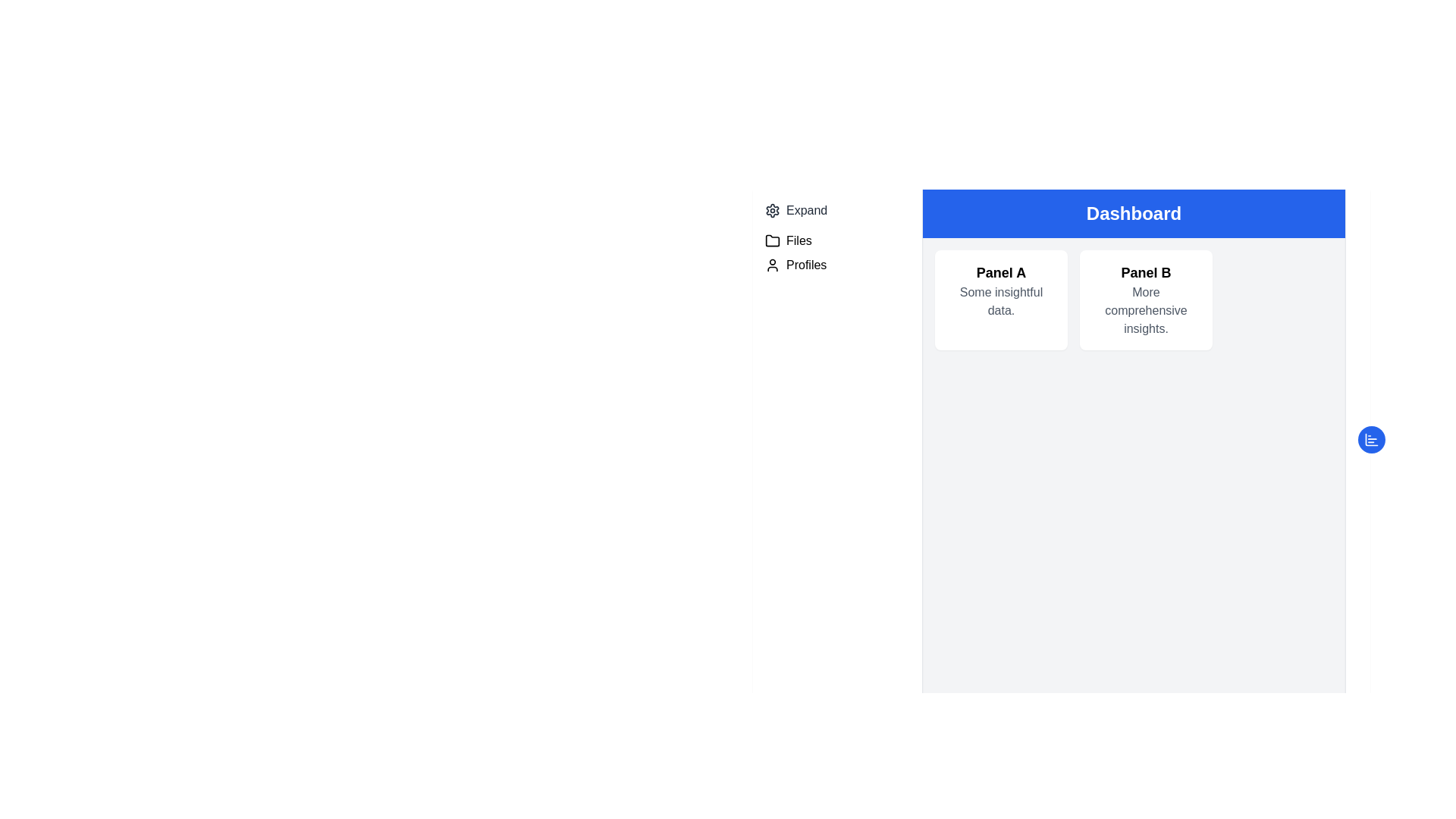 The width and height of the screenshot is (1456, 819). I want to click on the Navigation link that redirects to the 'Profiles' section, located below the 'Files' entry in the vertical menu, so click(836, 265).